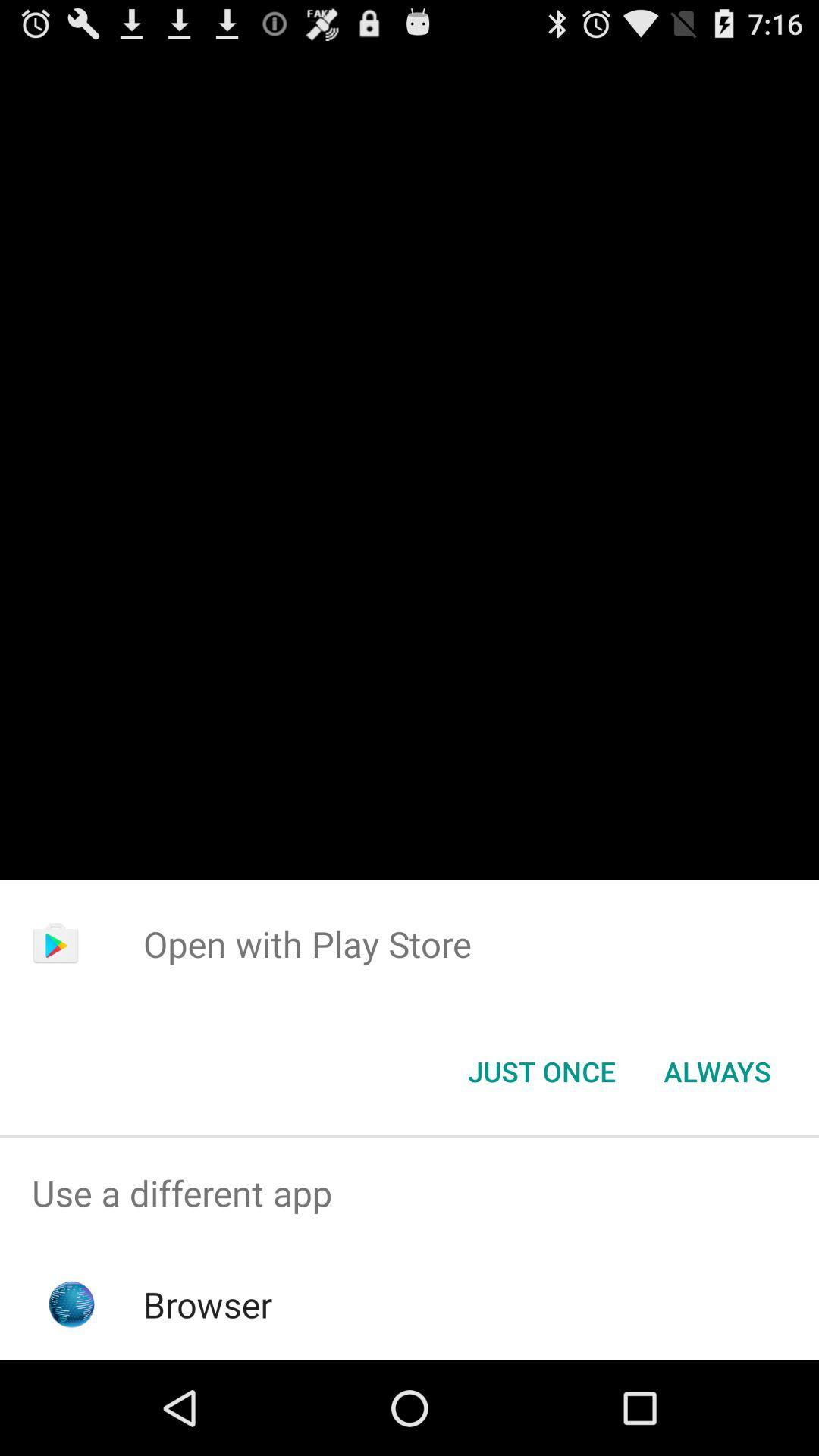 Image resolution: width=819 pixels, height=1456 pixels. Describe the element at coordinates (409, 1192) in the screenshot. I see `use a different app` at that location.